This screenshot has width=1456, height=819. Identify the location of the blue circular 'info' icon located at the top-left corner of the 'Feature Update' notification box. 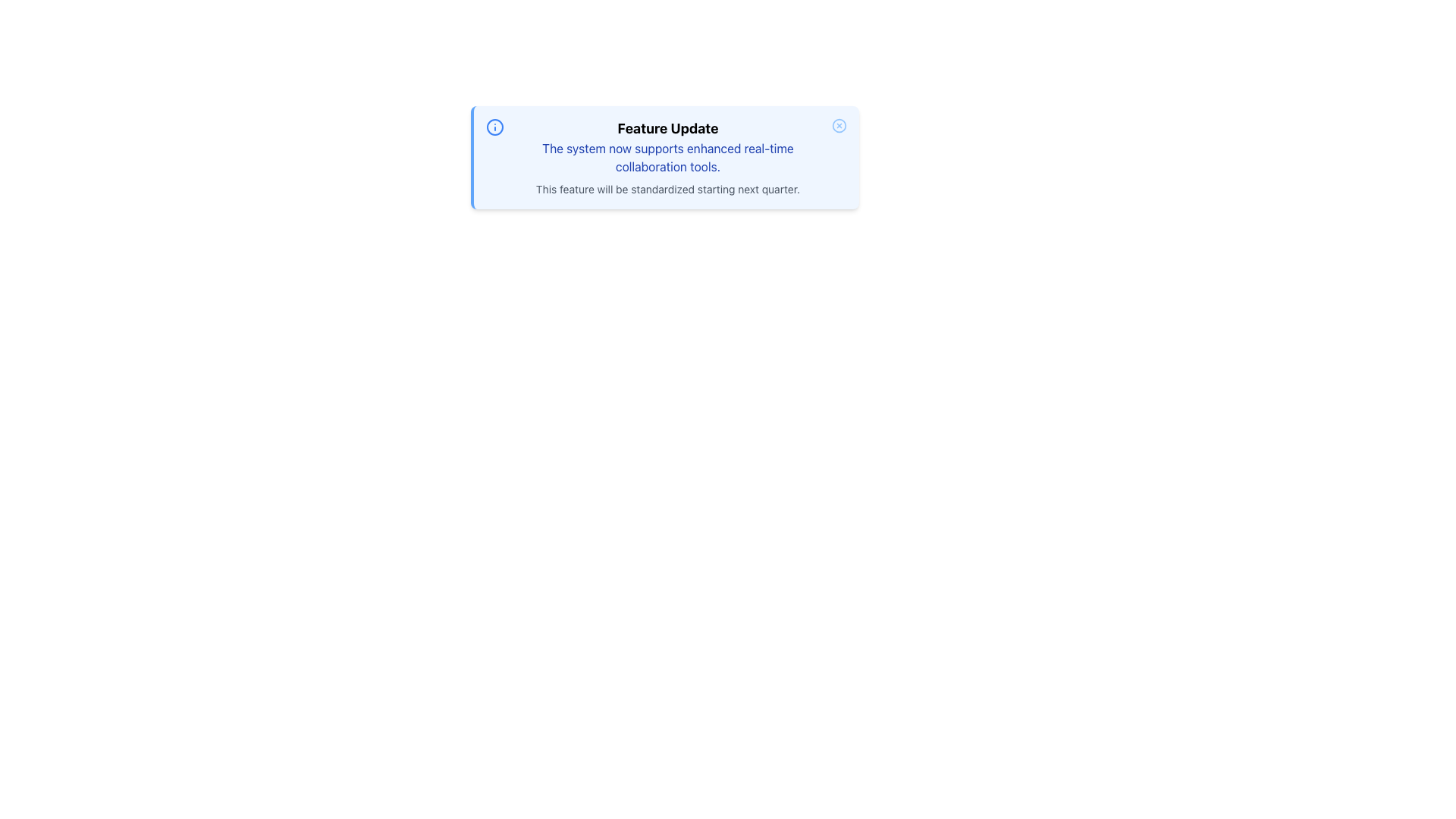
(494, 127).